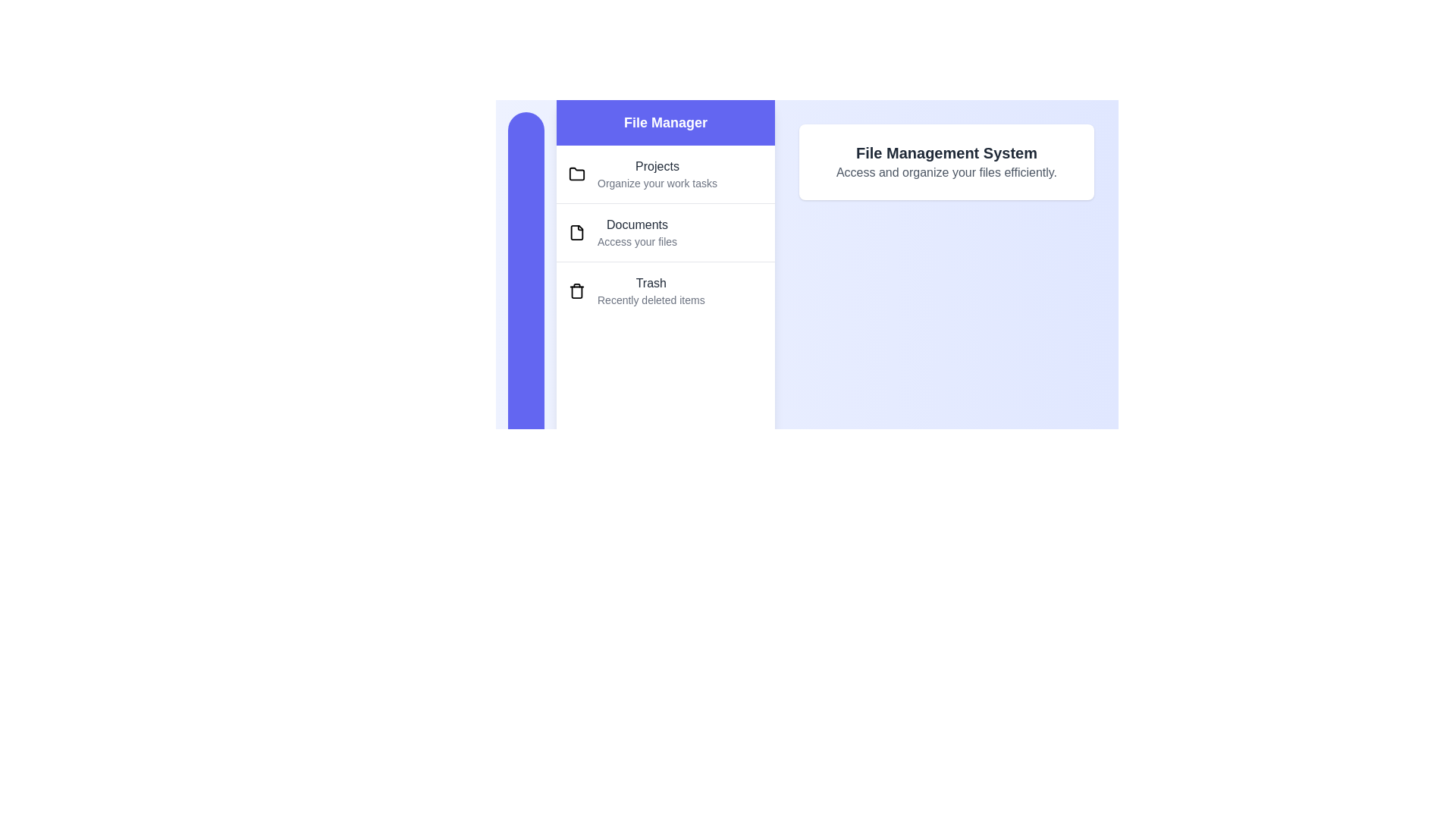 Image resolution: width=1456 pixels, height=819 pixels. I want to click on the Projects in the file manager list, so click(666, 174).